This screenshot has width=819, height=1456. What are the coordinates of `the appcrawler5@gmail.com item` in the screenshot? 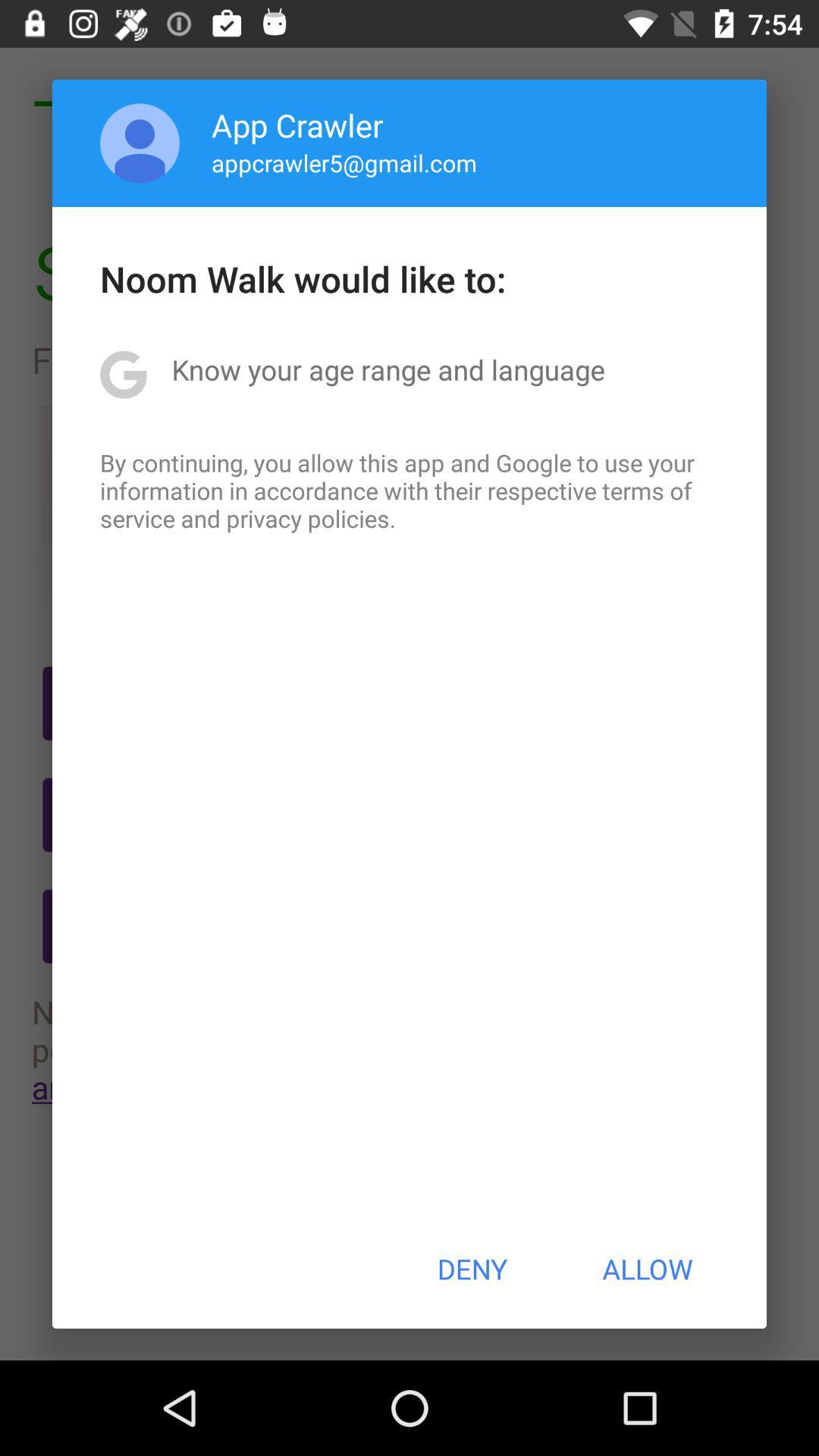 It's located at (344, 162).